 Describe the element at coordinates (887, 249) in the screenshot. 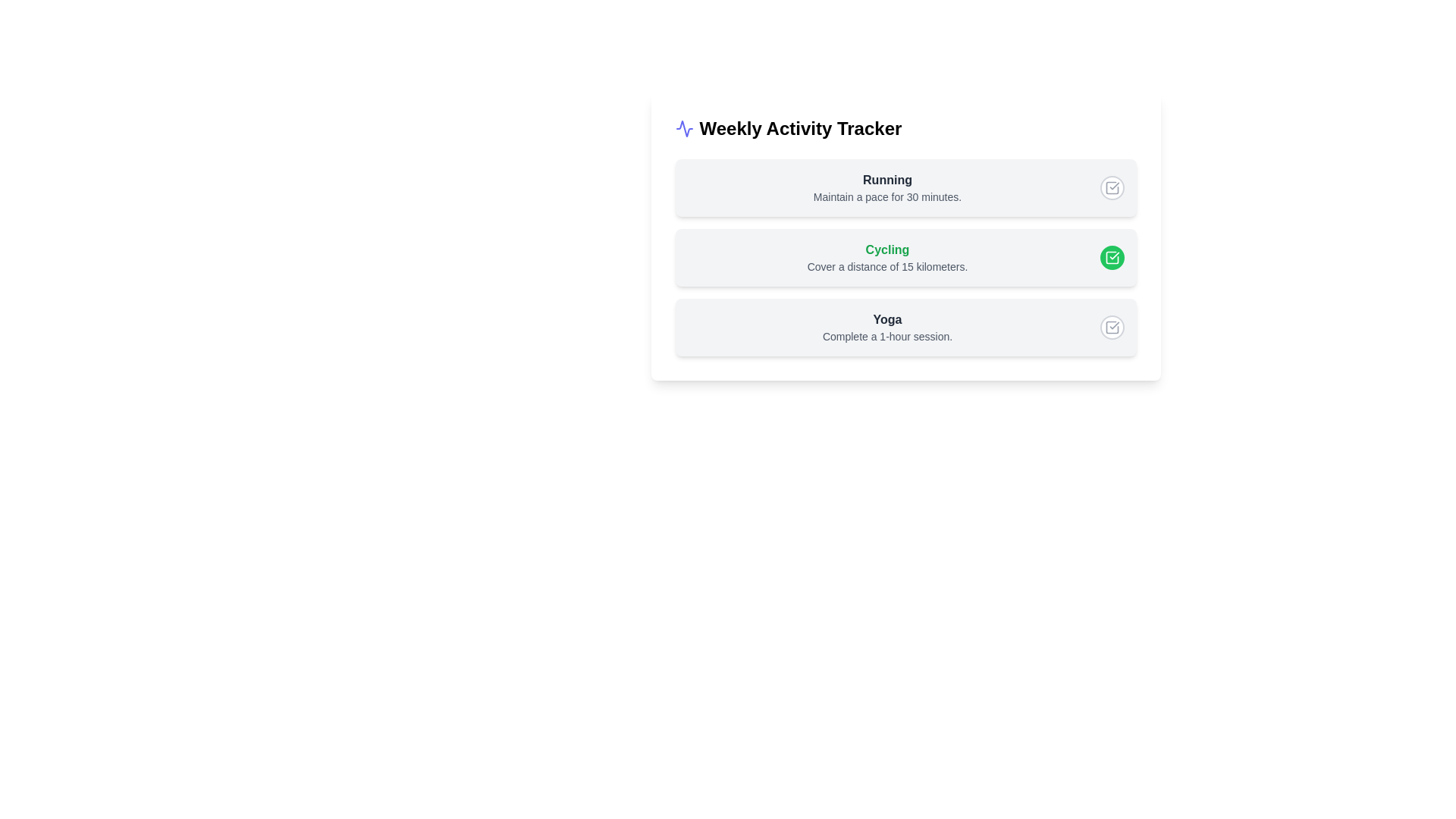

I see `text element that displays 'Cycling' located in the second activity block beneath the 'Weekly Activity Tracker' header` at that location.